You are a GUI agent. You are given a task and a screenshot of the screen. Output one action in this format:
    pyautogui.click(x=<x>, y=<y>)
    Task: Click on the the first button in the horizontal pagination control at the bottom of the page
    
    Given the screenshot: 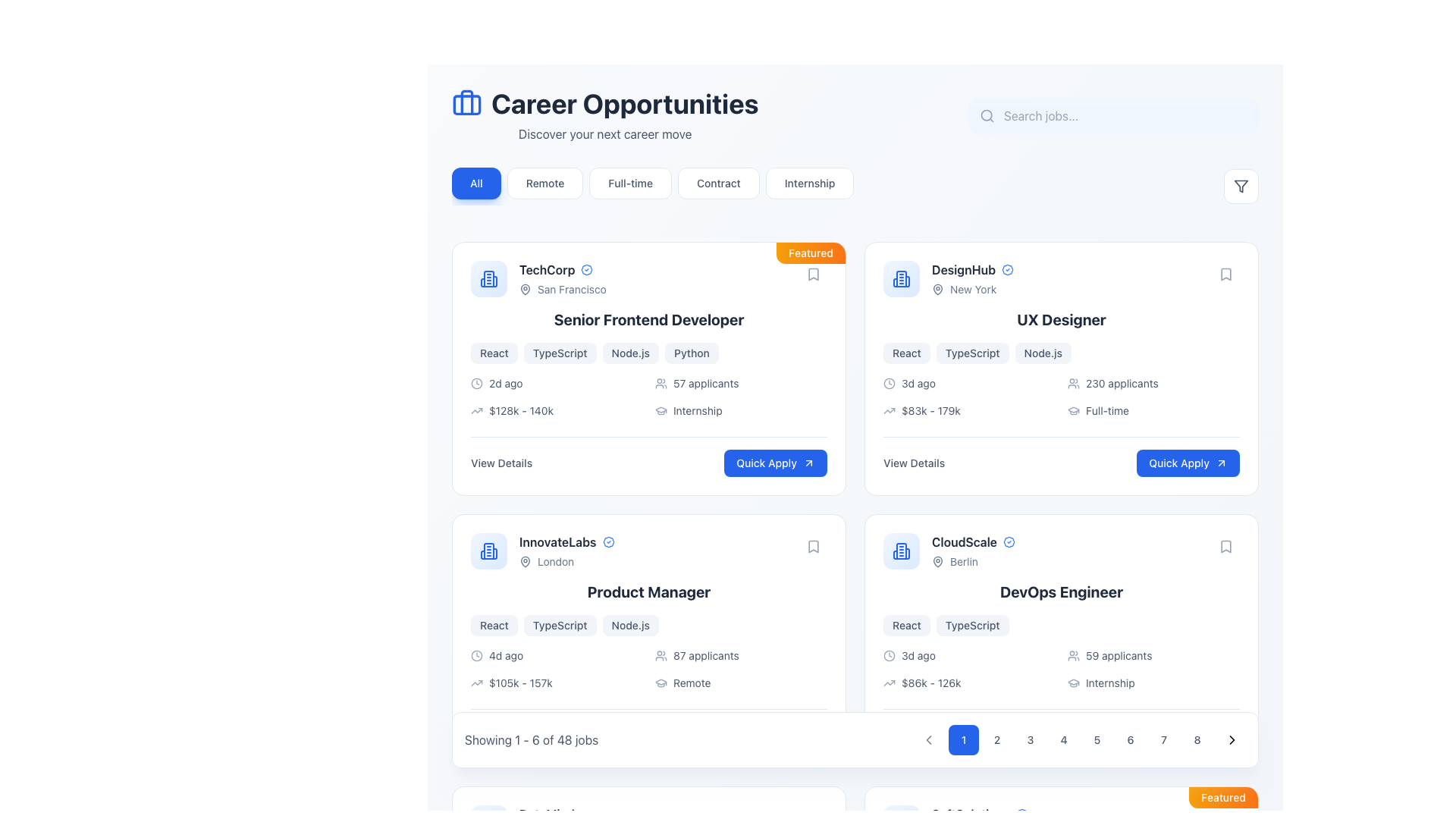 What is the action you would take?
    pyautogui.click(x=963, y=739)
    